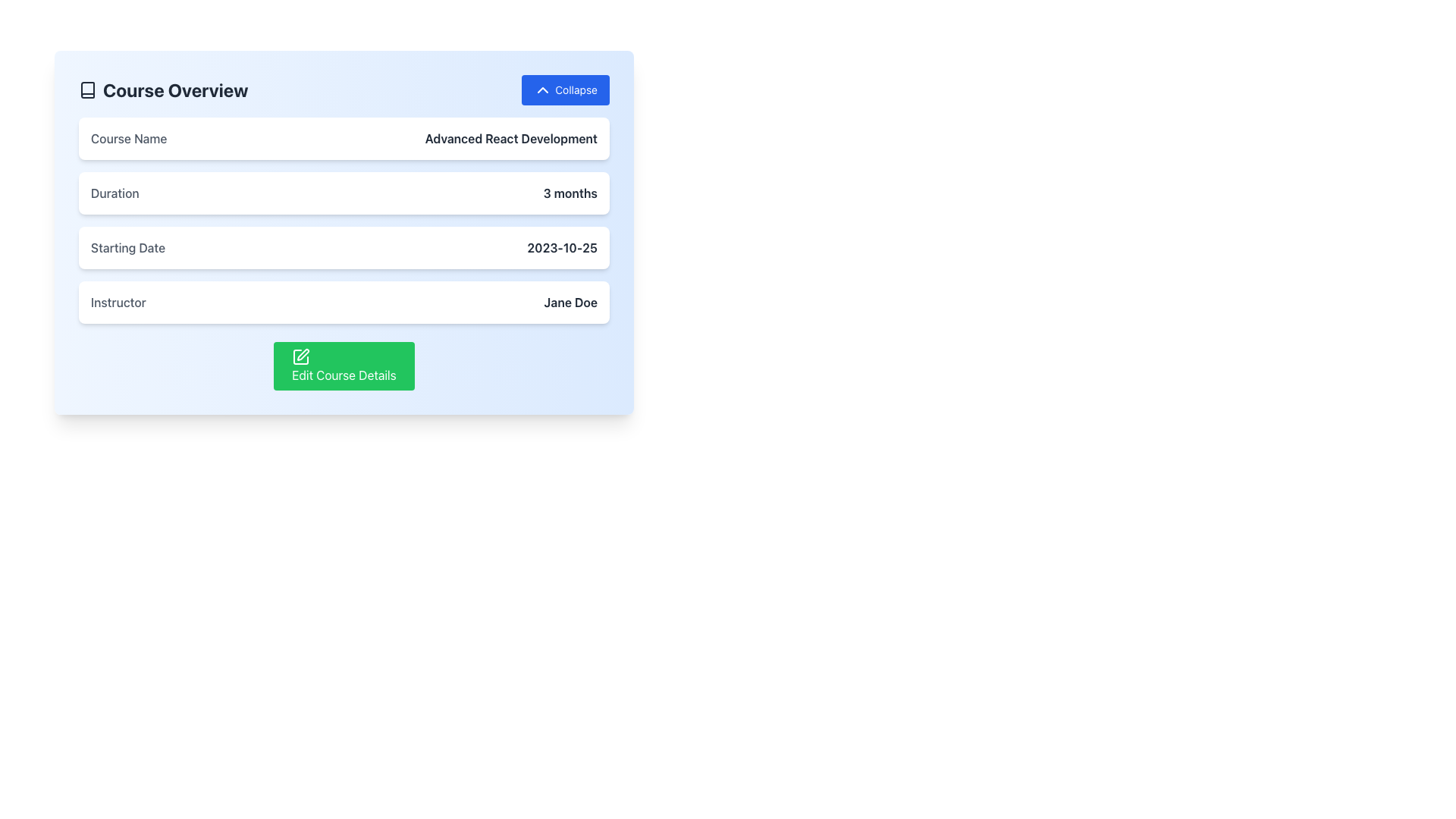 This screenshot has height=819, width=1456. What do you see at coordinates (86, 90) in the screenshot?
I see `the small book icon located to the left of the 'Course Overview' text in the header section of the card` at bounding box center [86, 90].